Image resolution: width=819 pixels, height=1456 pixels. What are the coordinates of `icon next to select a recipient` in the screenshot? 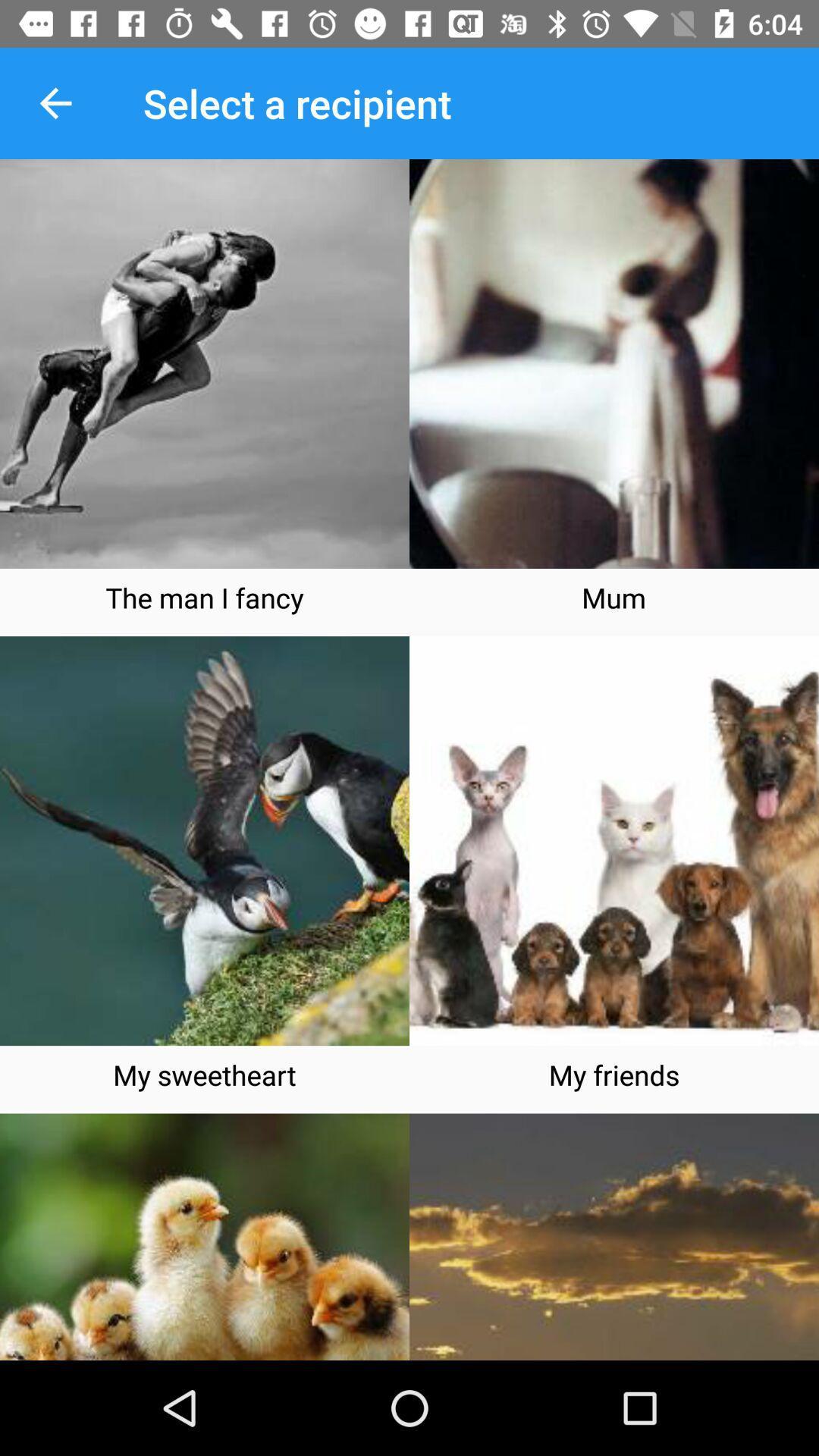 It's located at (55, 102).